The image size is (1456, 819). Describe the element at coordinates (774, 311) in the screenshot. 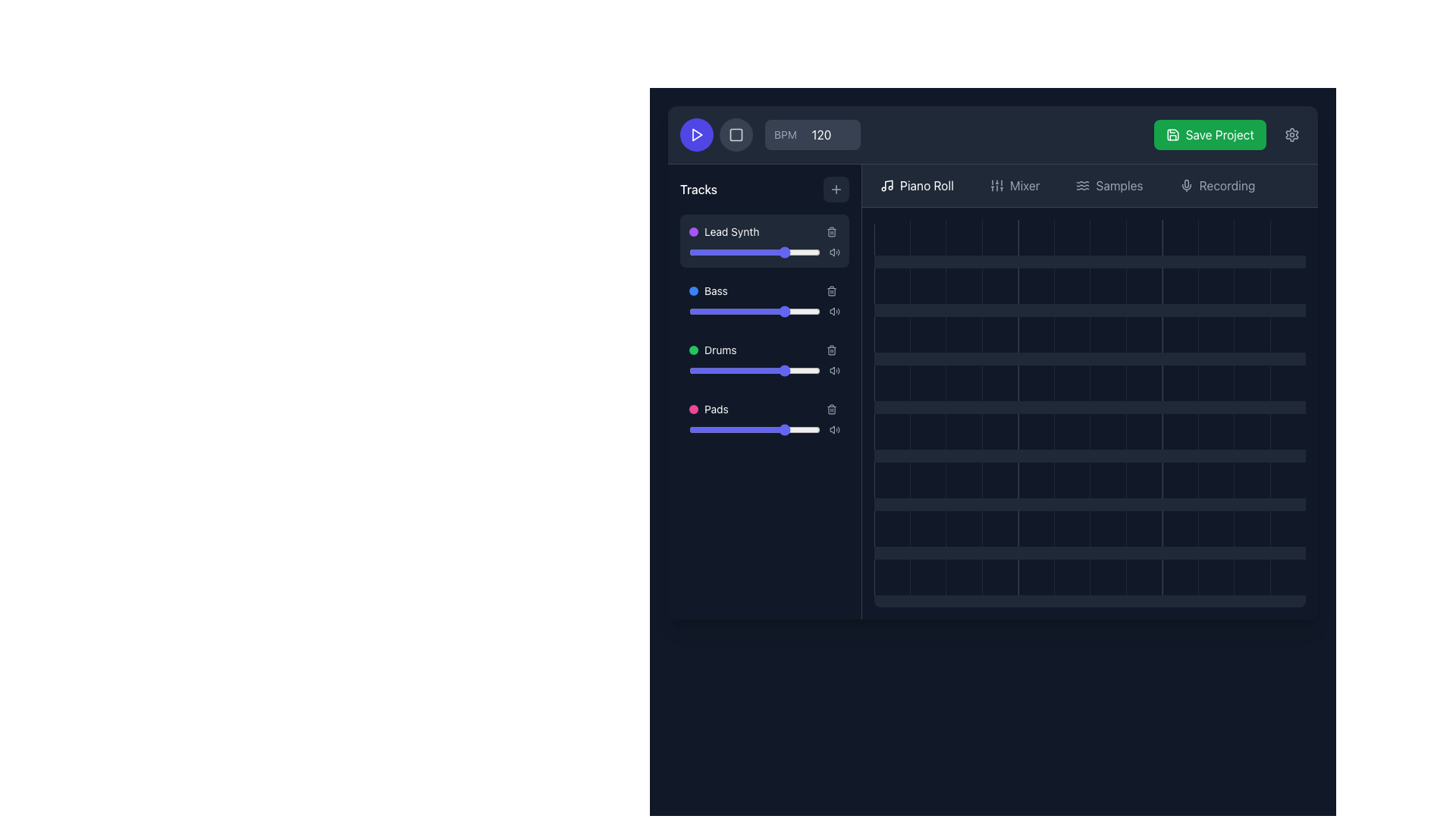

I see `the slider` at that location.